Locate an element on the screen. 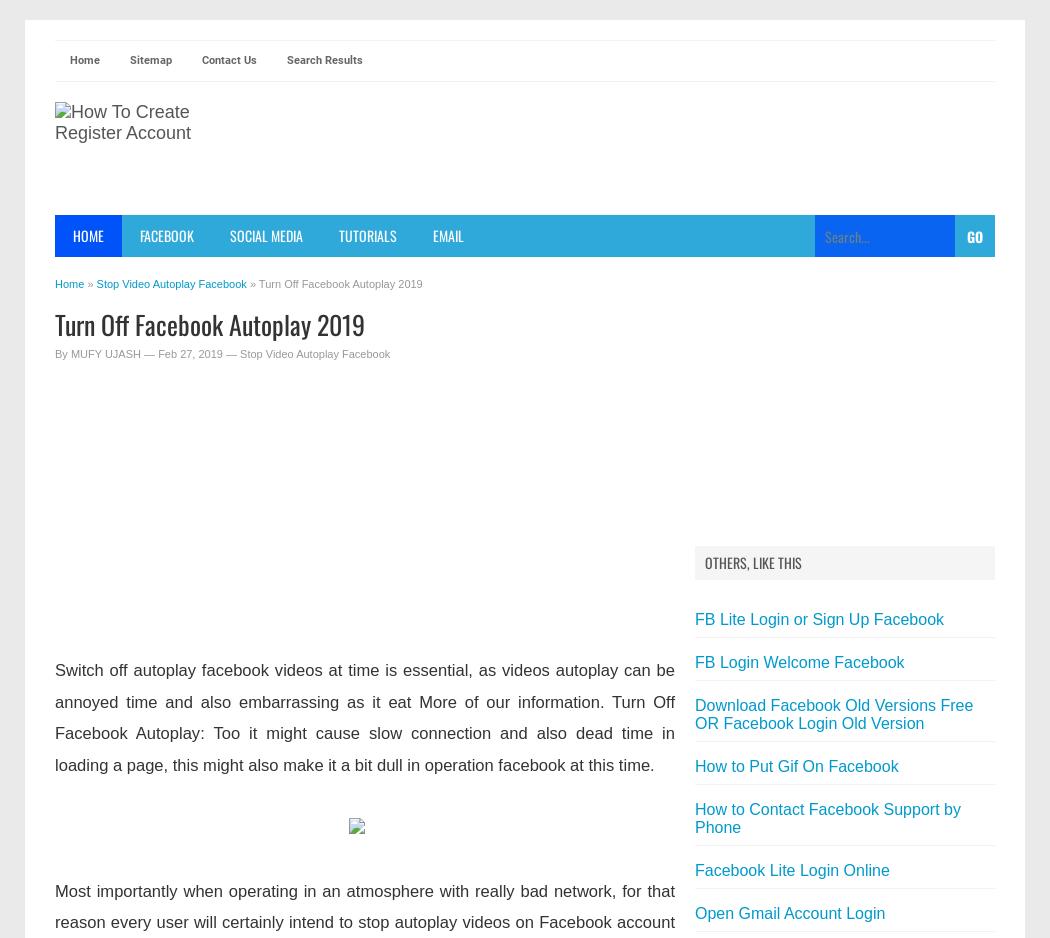 The image size is (1050, 938). 'By' is located at coordinates (61, 354).